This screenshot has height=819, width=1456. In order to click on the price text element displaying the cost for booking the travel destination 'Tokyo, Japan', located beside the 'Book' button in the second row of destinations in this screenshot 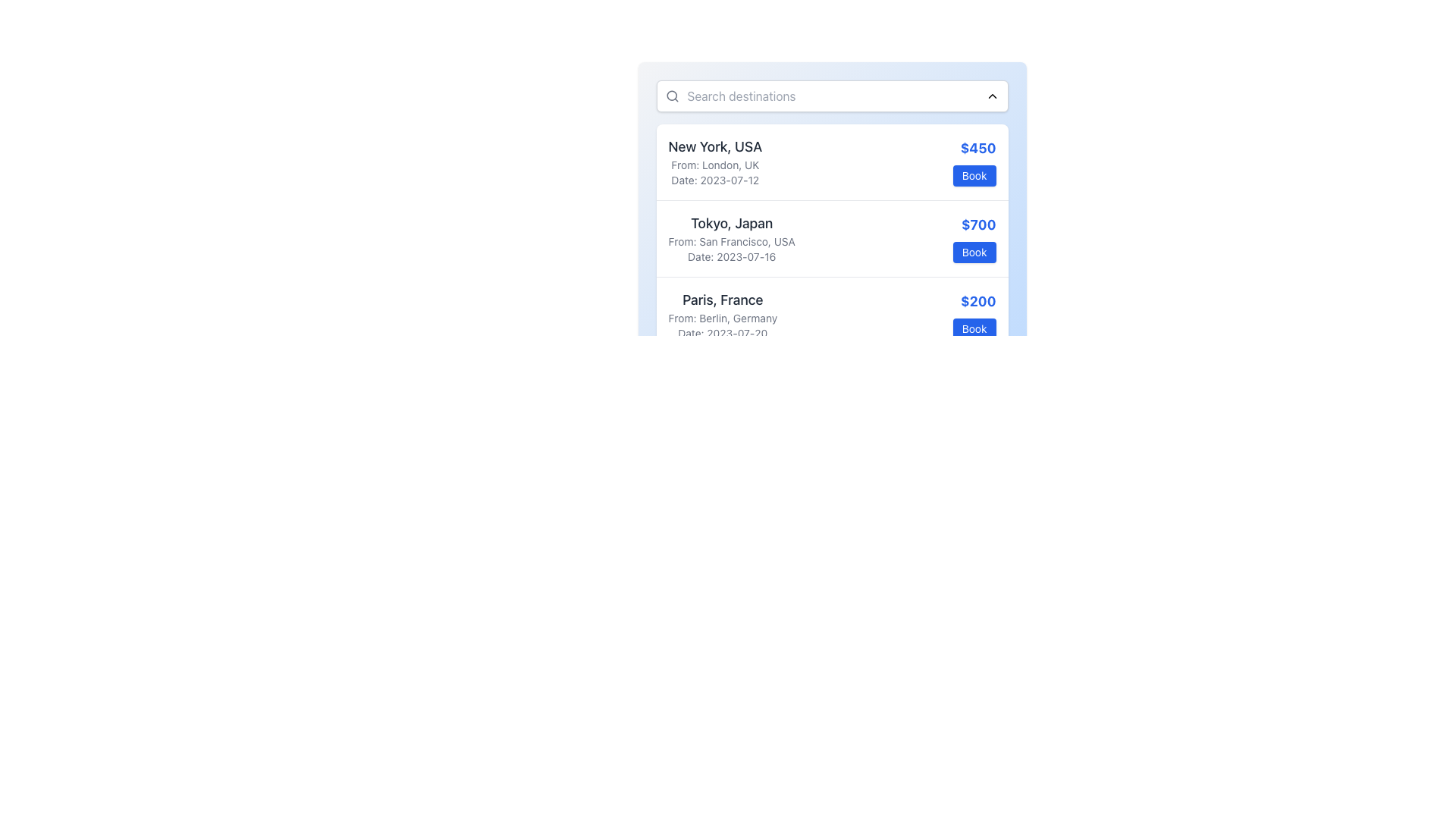, I will do `click(974, 225)`.